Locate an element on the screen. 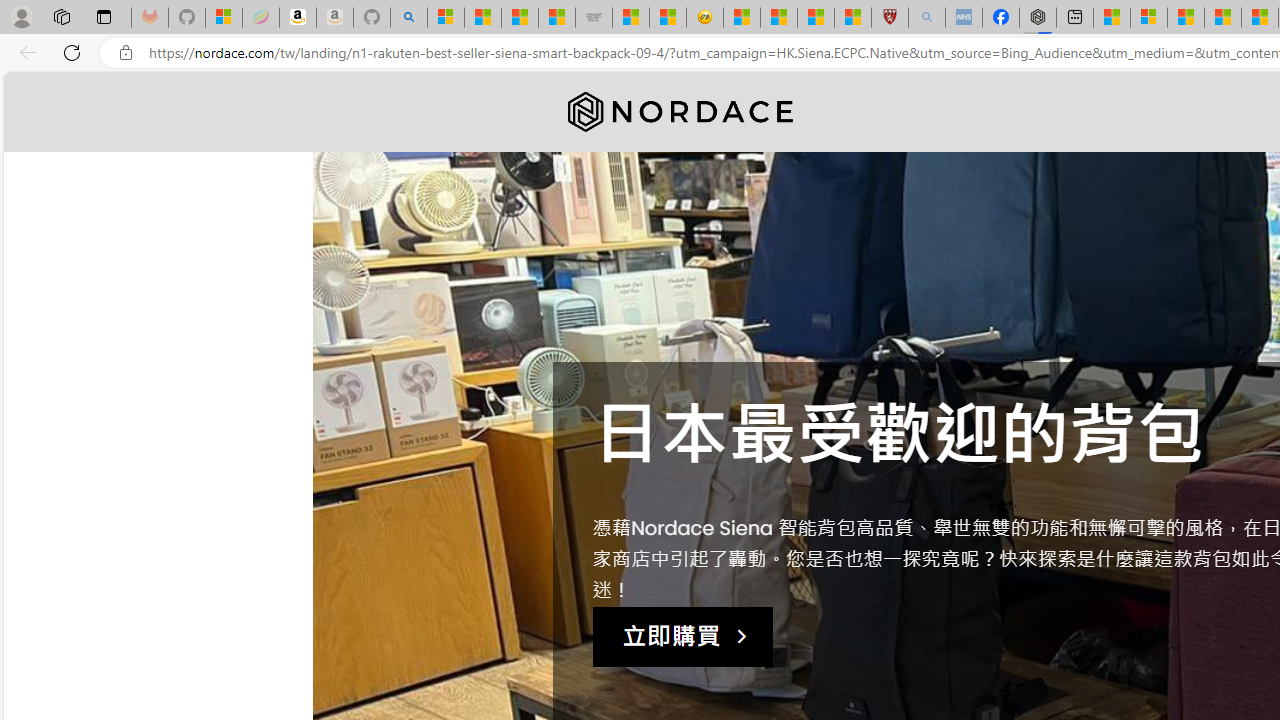  'Robert H. Shmerling, MD - Harvard Health' is located at coordinates (888, 17).